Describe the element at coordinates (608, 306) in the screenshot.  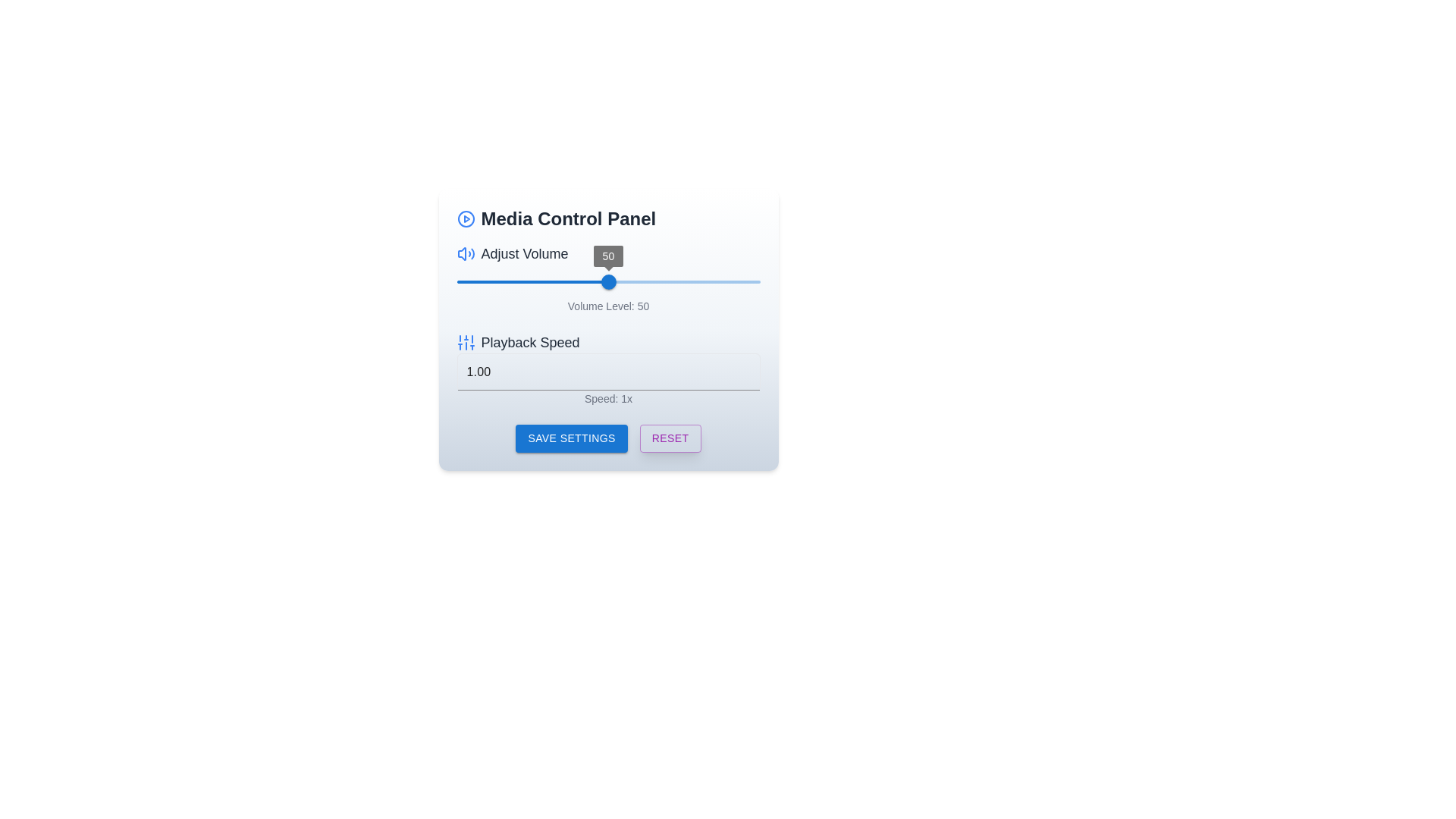
I see `the static informational text element that displays the current volume level setting '50', located below the volume slider and above the 'Playback Speed' section` at that location.